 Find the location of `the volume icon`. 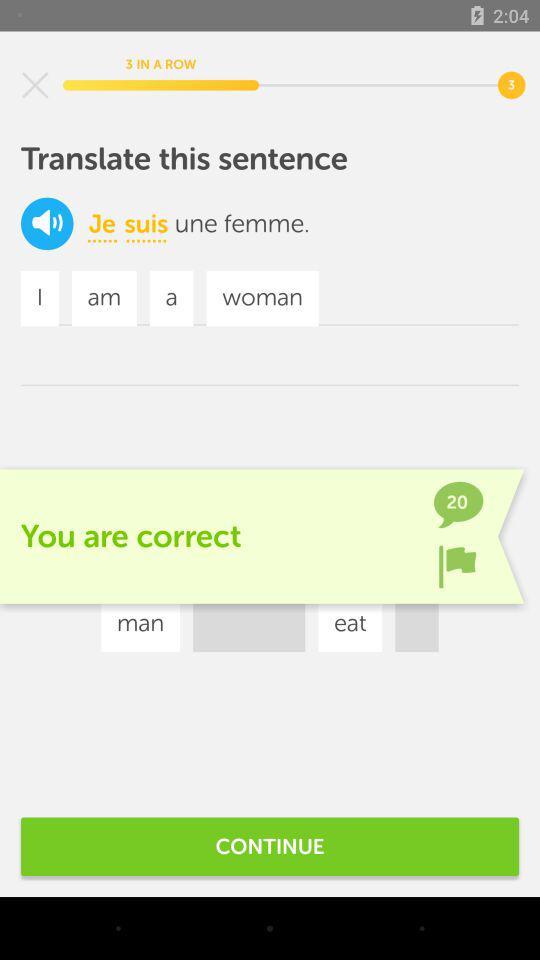

the volume icon is located at coordinates (47, 223).